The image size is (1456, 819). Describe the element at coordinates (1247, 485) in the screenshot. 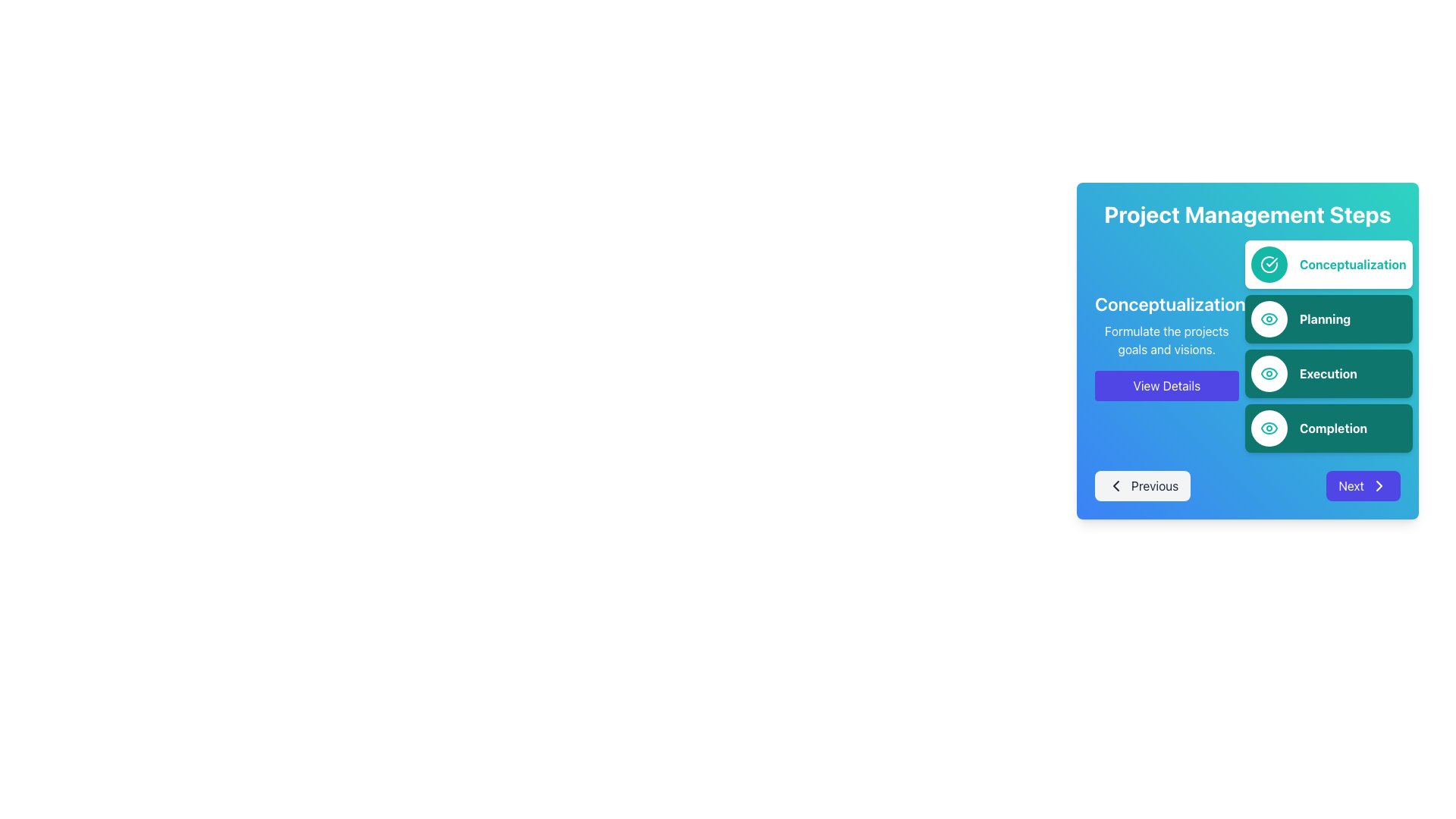

I see `the 'Next' button, which has a blue background and is part of the navigational control at the bottom of the 'Project Management Steps' panel` at that location.